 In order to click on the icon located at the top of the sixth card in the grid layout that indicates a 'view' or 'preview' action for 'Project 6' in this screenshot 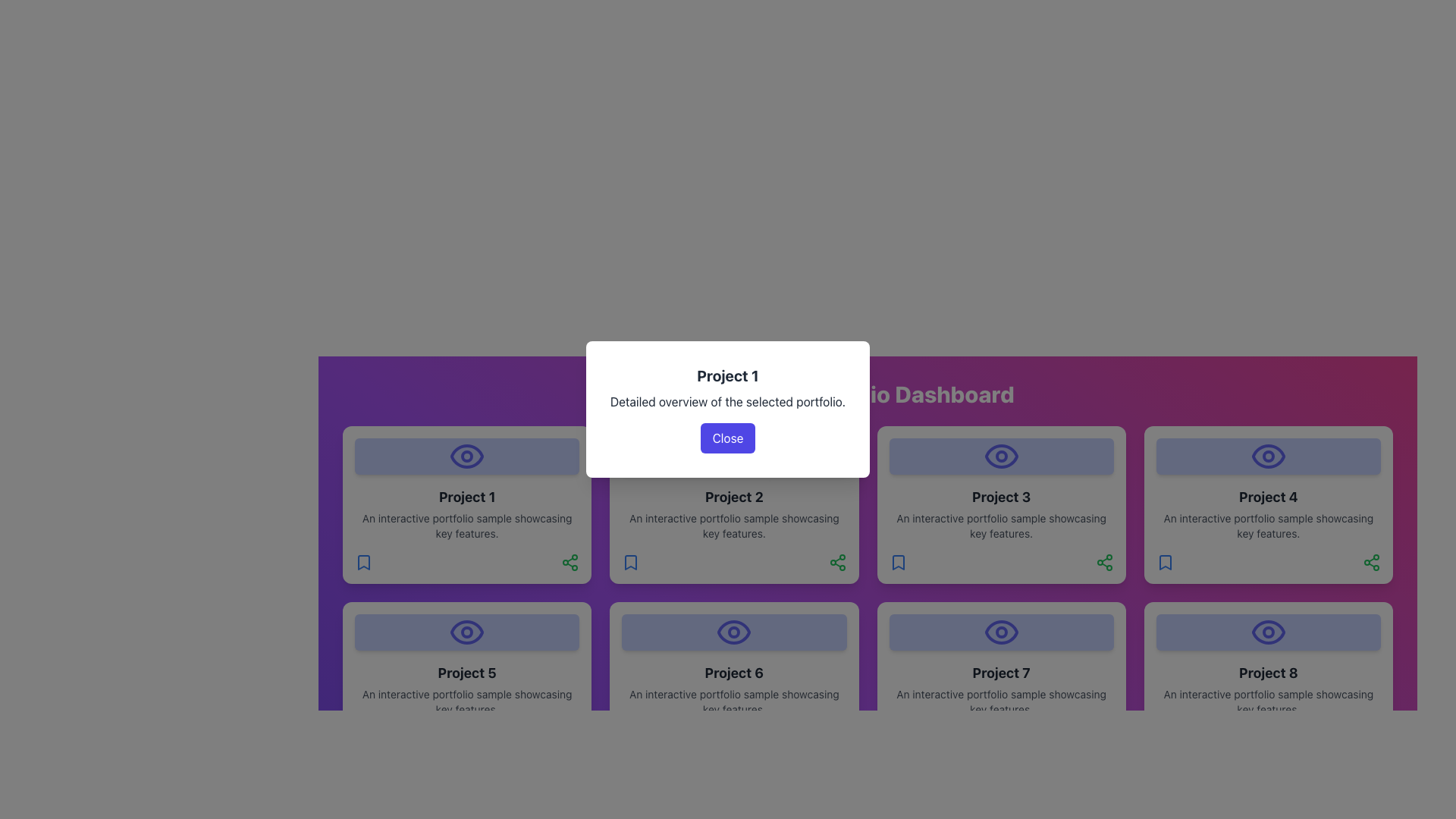, I will do `click(734, 632)`.